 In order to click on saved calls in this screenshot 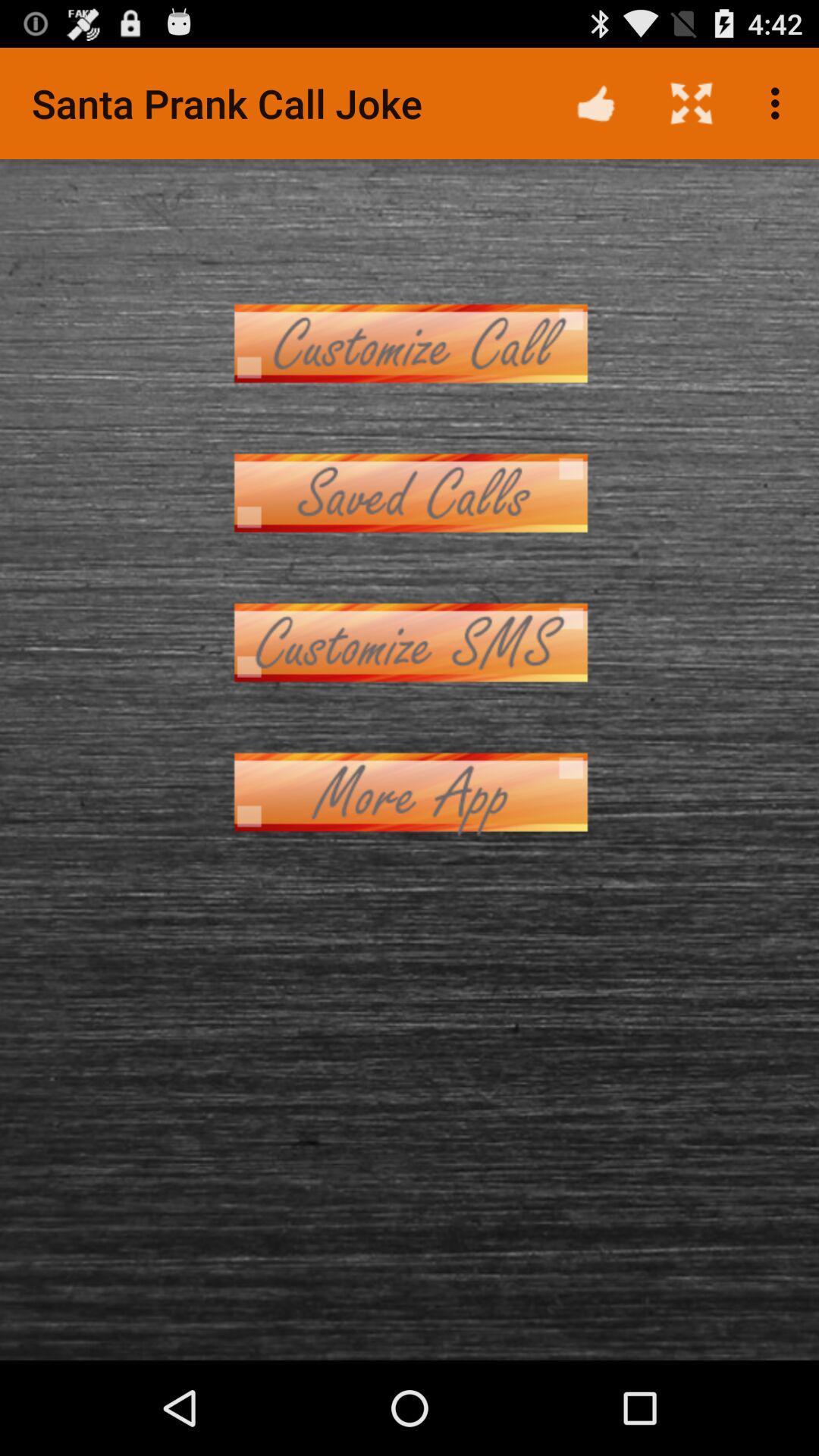, I will do `click(409, 493)`.